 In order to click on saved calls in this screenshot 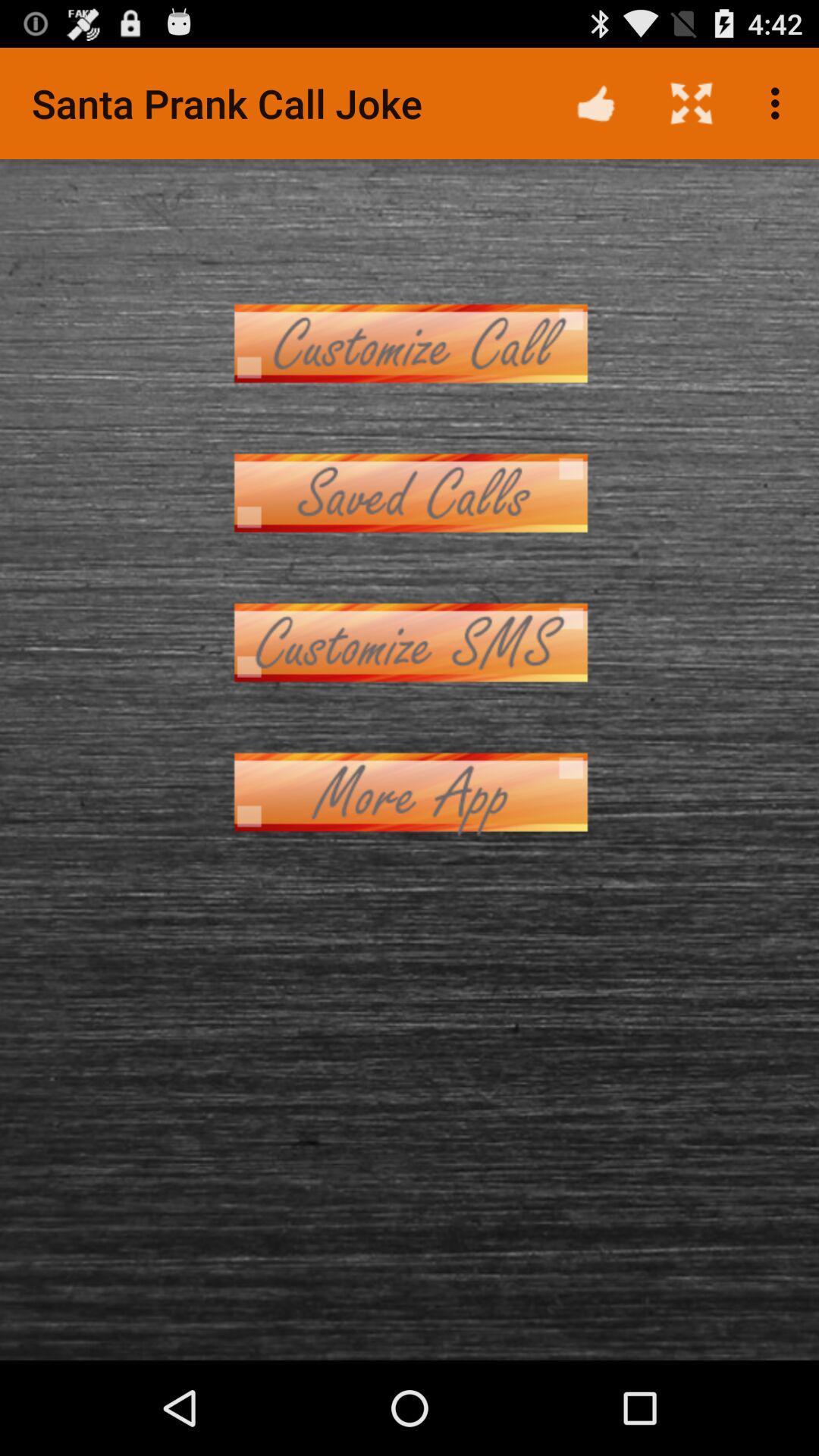, I will do `click(409, 493)`.